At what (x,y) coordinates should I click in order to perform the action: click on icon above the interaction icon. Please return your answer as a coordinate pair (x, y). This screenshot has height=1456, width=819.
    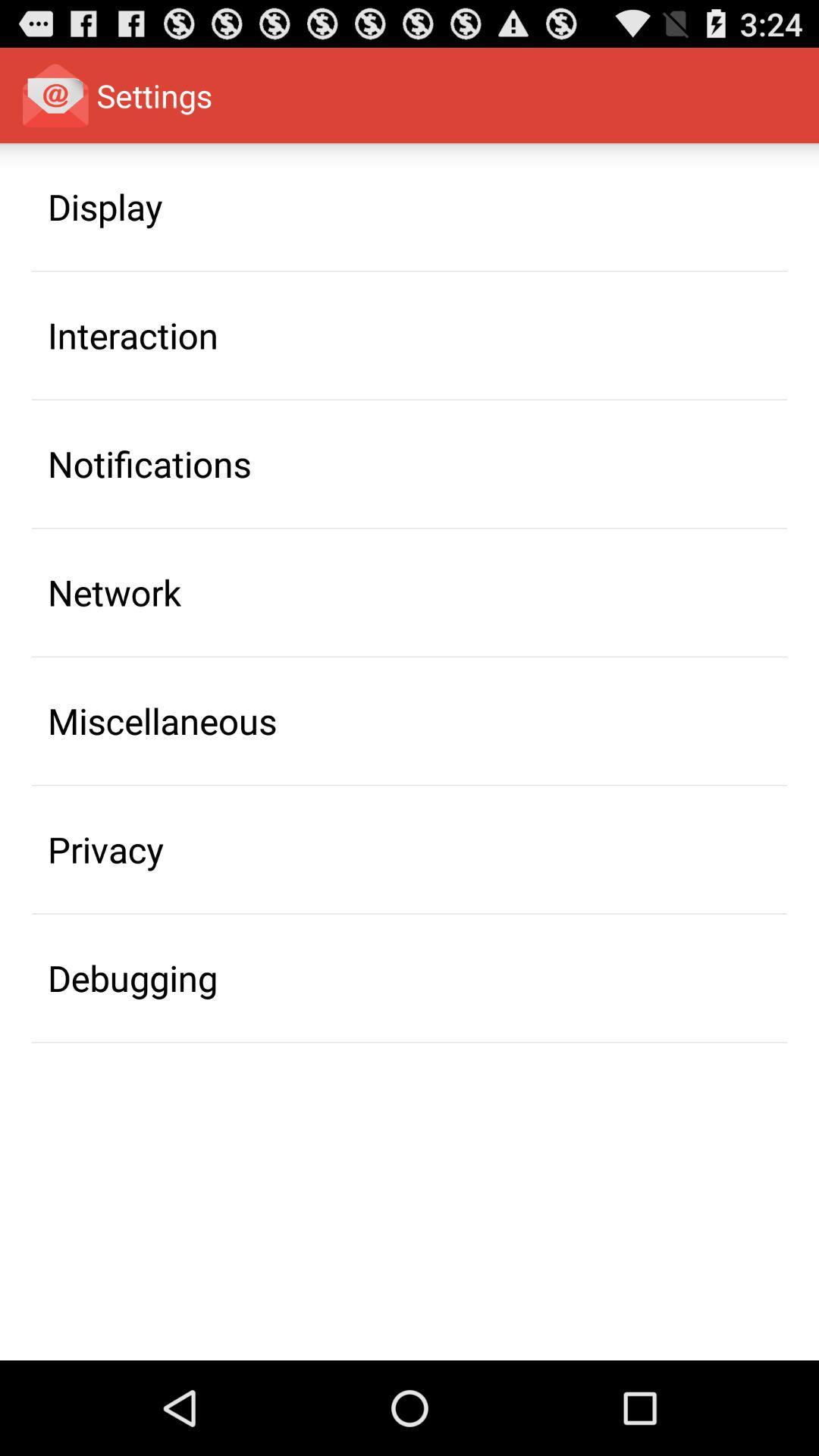
    Looking at the image, I should click on (104, 206).